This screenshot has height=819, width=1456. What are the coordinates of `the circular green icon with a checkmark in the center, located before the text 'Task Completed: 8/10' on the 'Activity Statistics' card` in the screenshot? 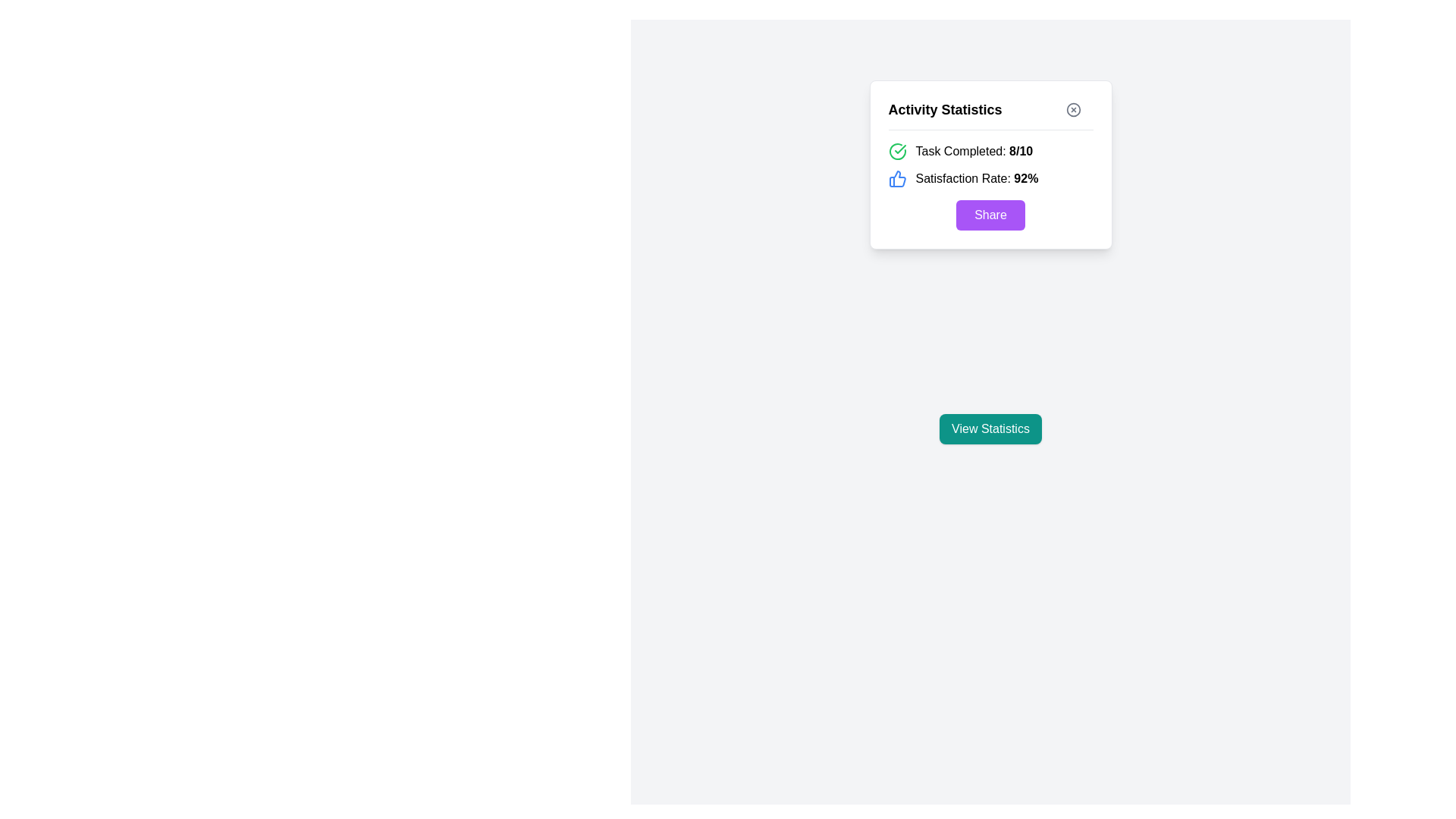 It's located at (897, 152).